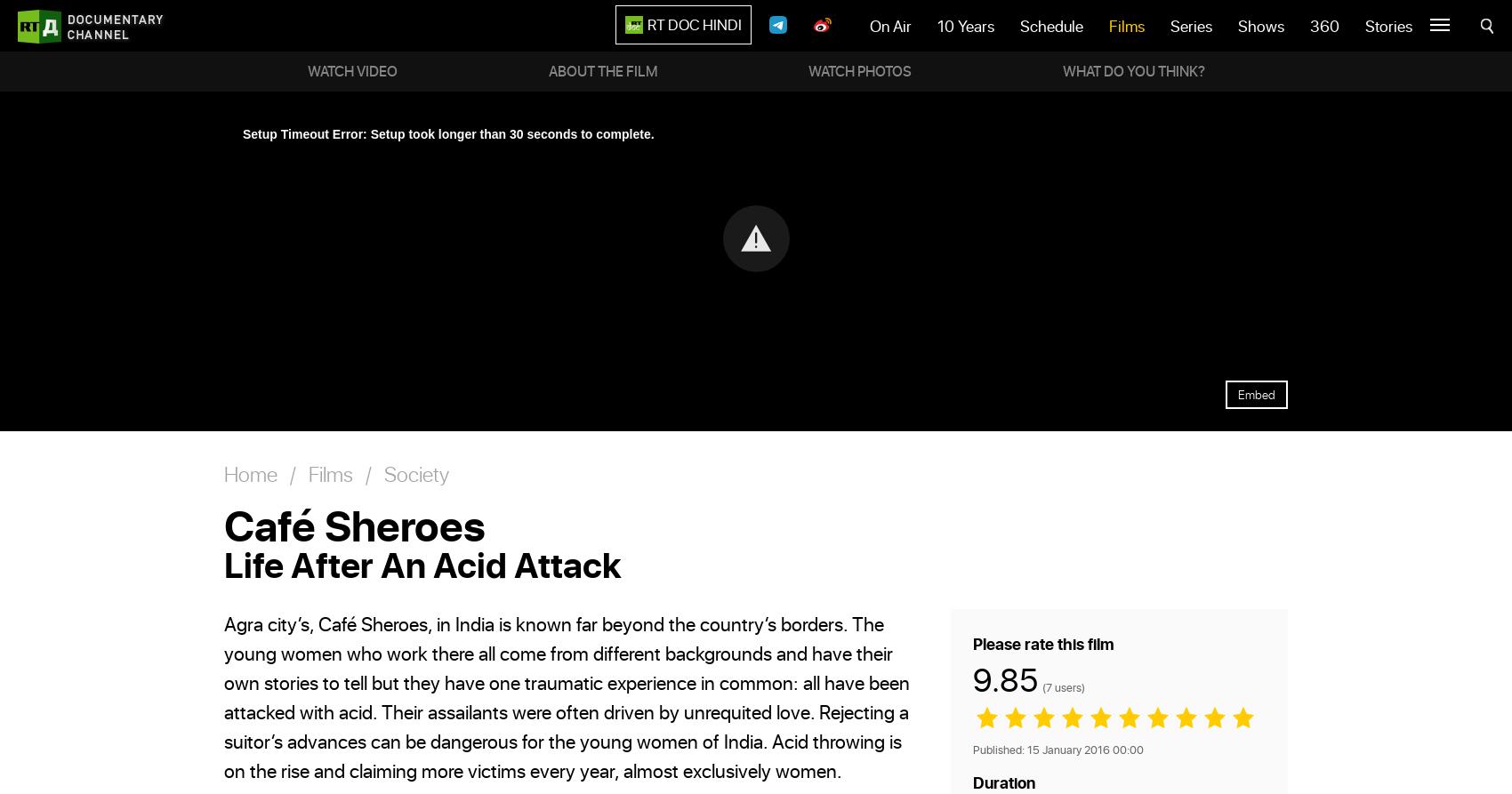  I want to click on 'Embed', so click(1256, 394).